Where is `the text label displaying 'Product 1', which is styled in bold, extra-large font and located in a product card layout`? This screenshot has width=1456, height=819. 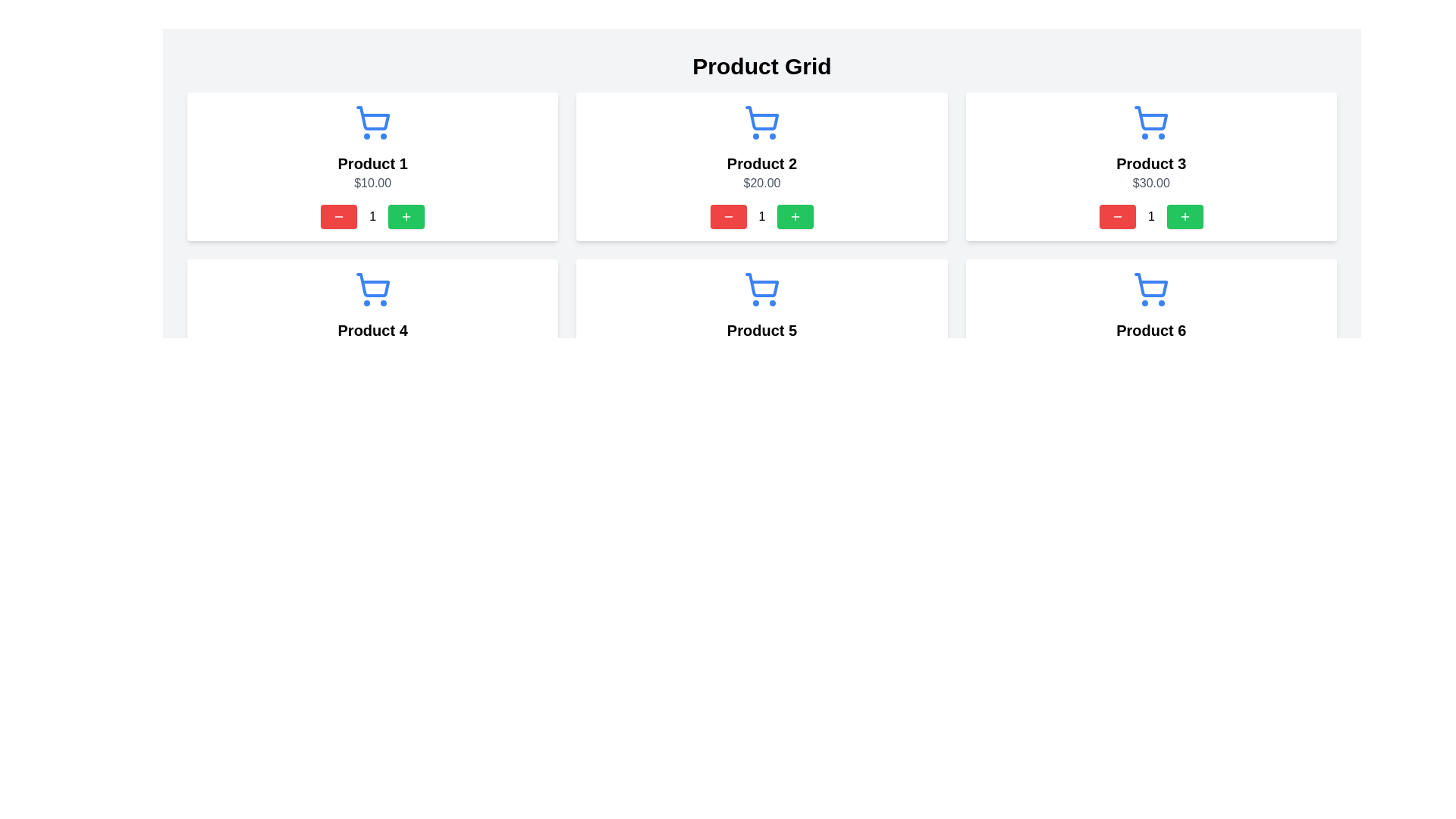
the text label displaying 'Product 1', which is styled in bold, extra-large font and located in a product card layout is located at coordinates (372, 164).